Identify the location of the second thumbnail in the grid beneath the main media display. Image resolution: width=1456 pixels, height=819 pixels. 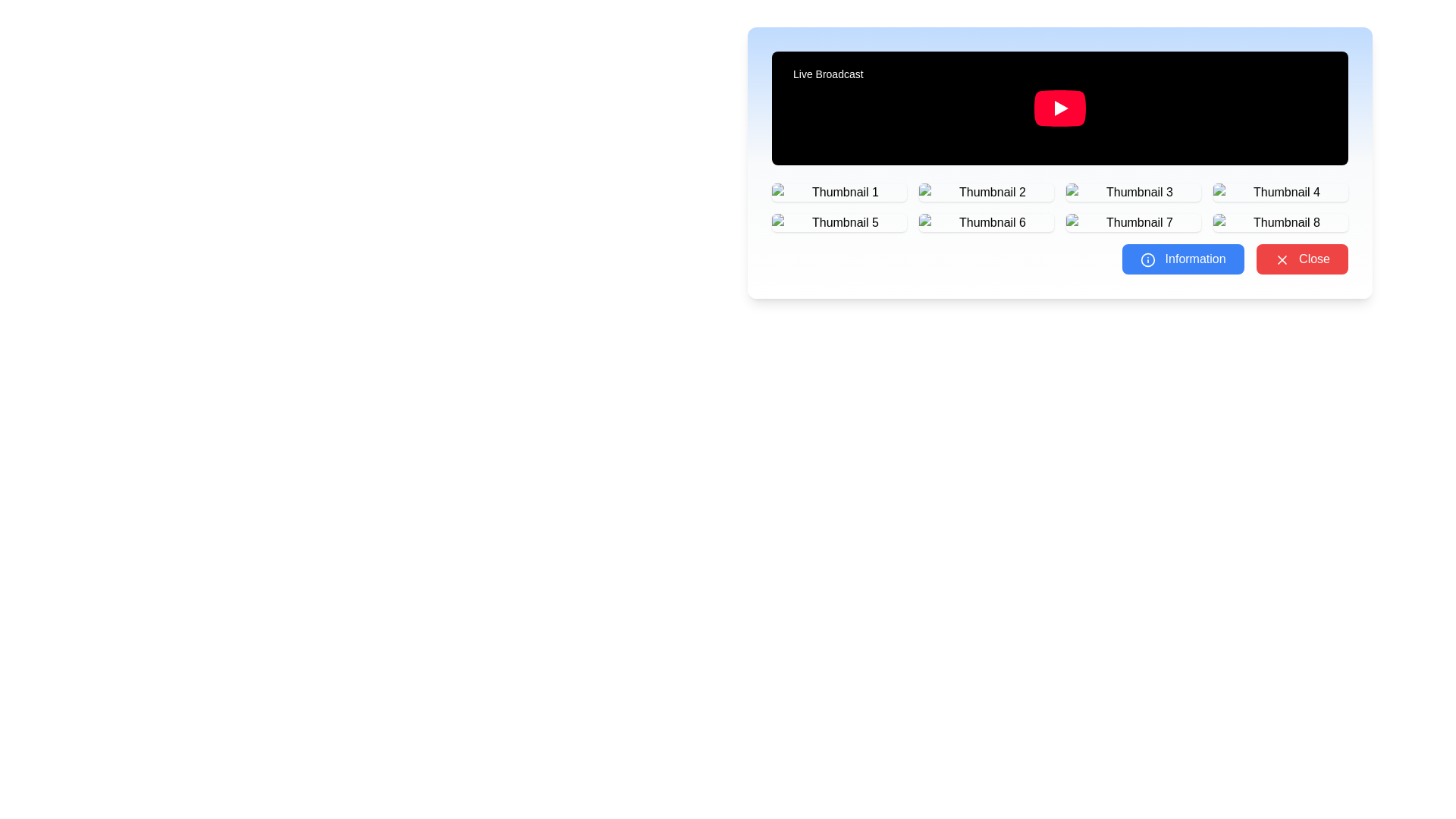
(986, 192).